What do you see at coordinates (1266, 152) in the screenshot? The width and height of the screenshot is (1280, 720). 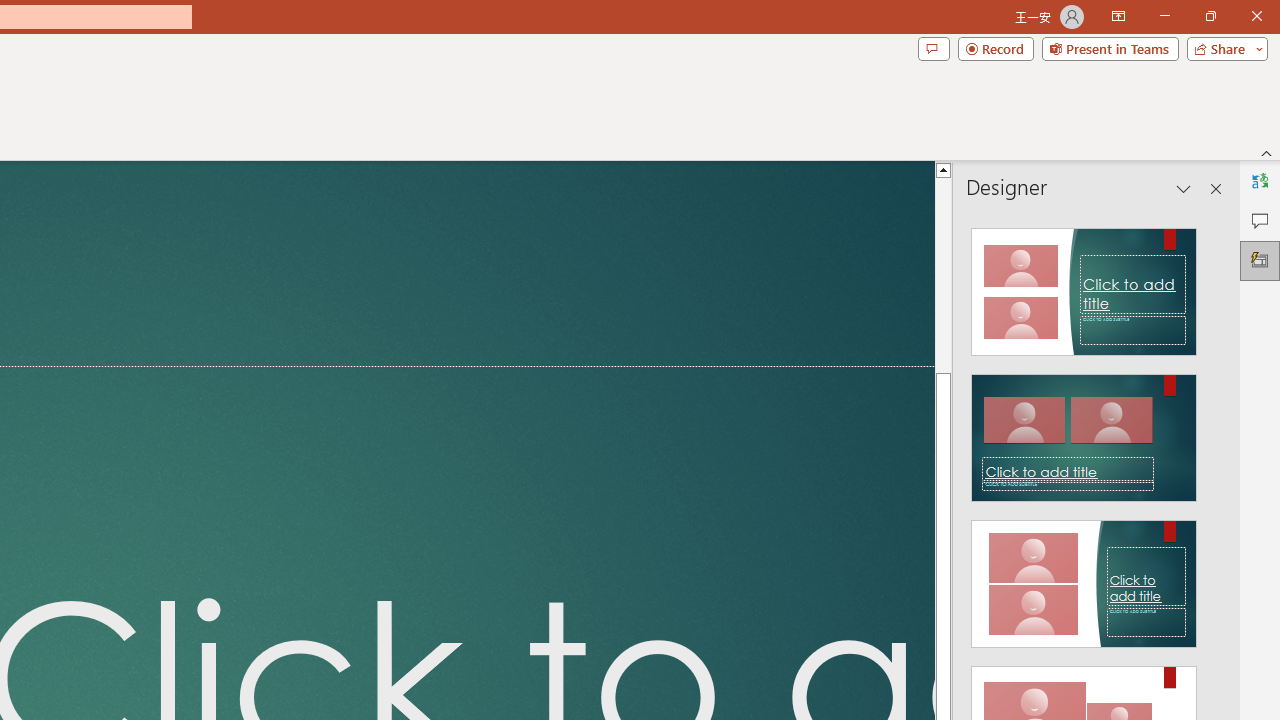 I see `'Collapse the Ribbon'` at bounding box center [1266, 152].